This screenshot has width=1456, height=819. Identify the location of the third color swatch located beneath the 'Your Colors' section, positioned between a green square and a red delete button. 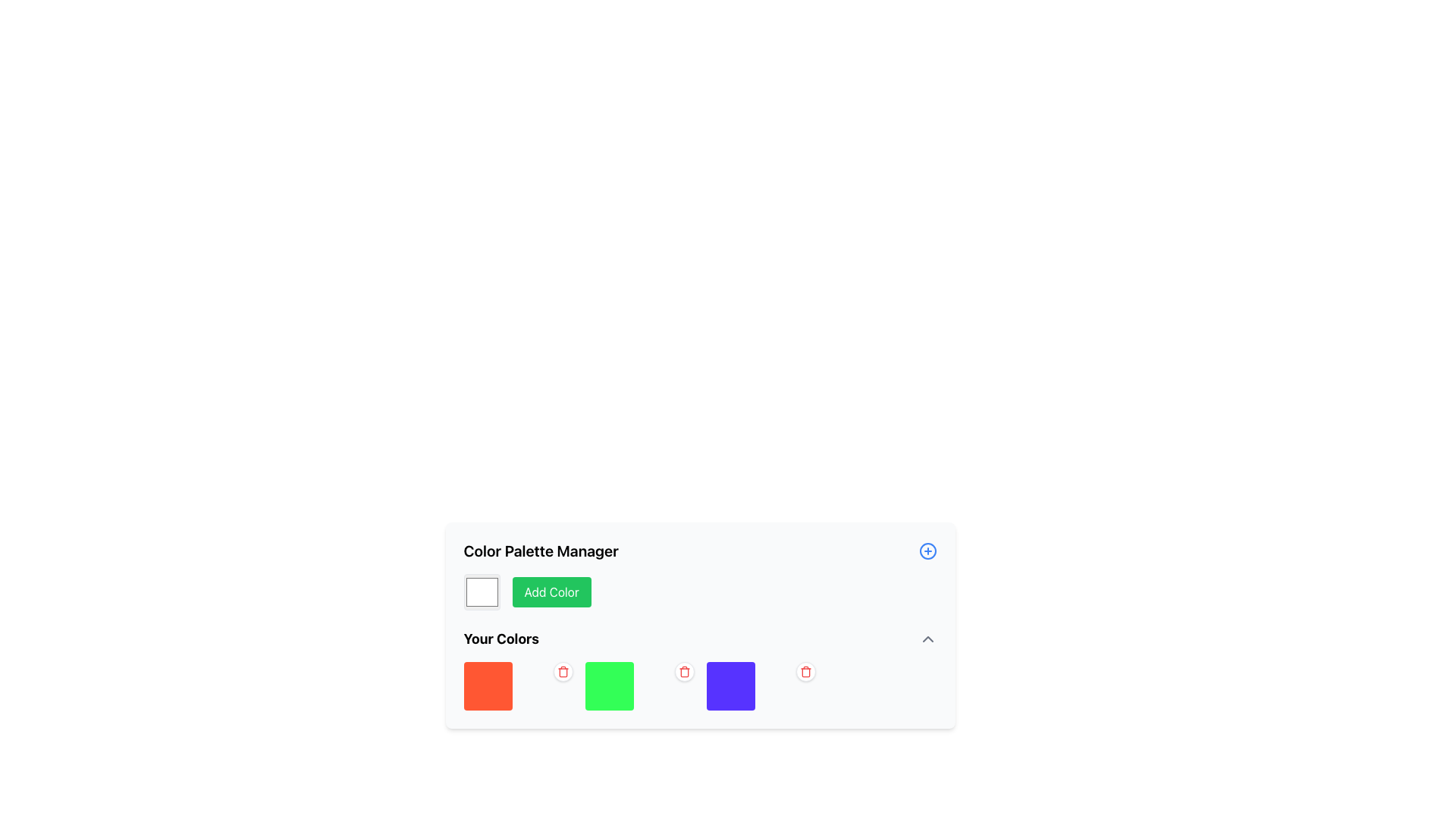
(730, 686).